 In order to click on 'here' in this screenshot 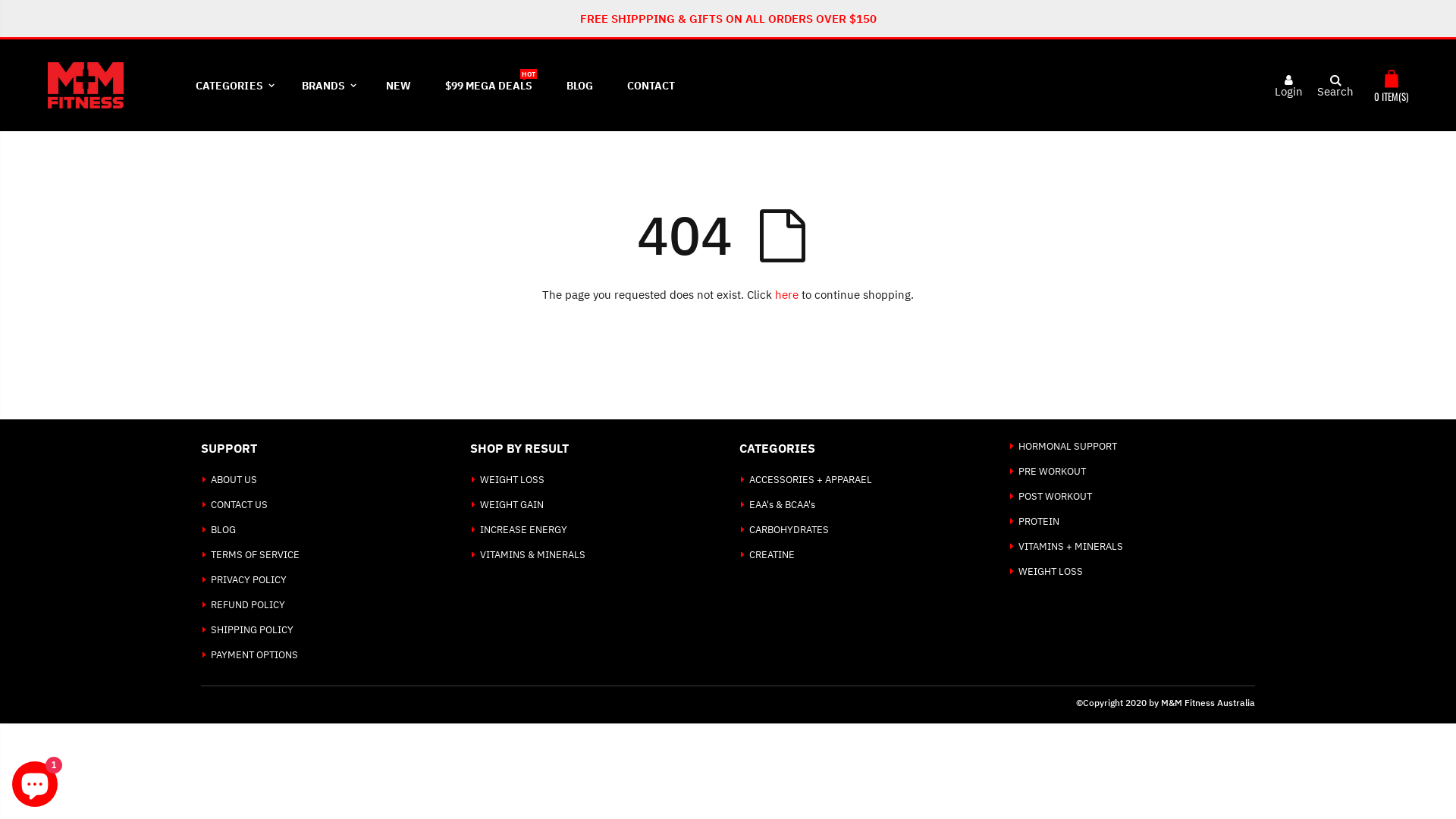, I will do `click(786, 293)`.